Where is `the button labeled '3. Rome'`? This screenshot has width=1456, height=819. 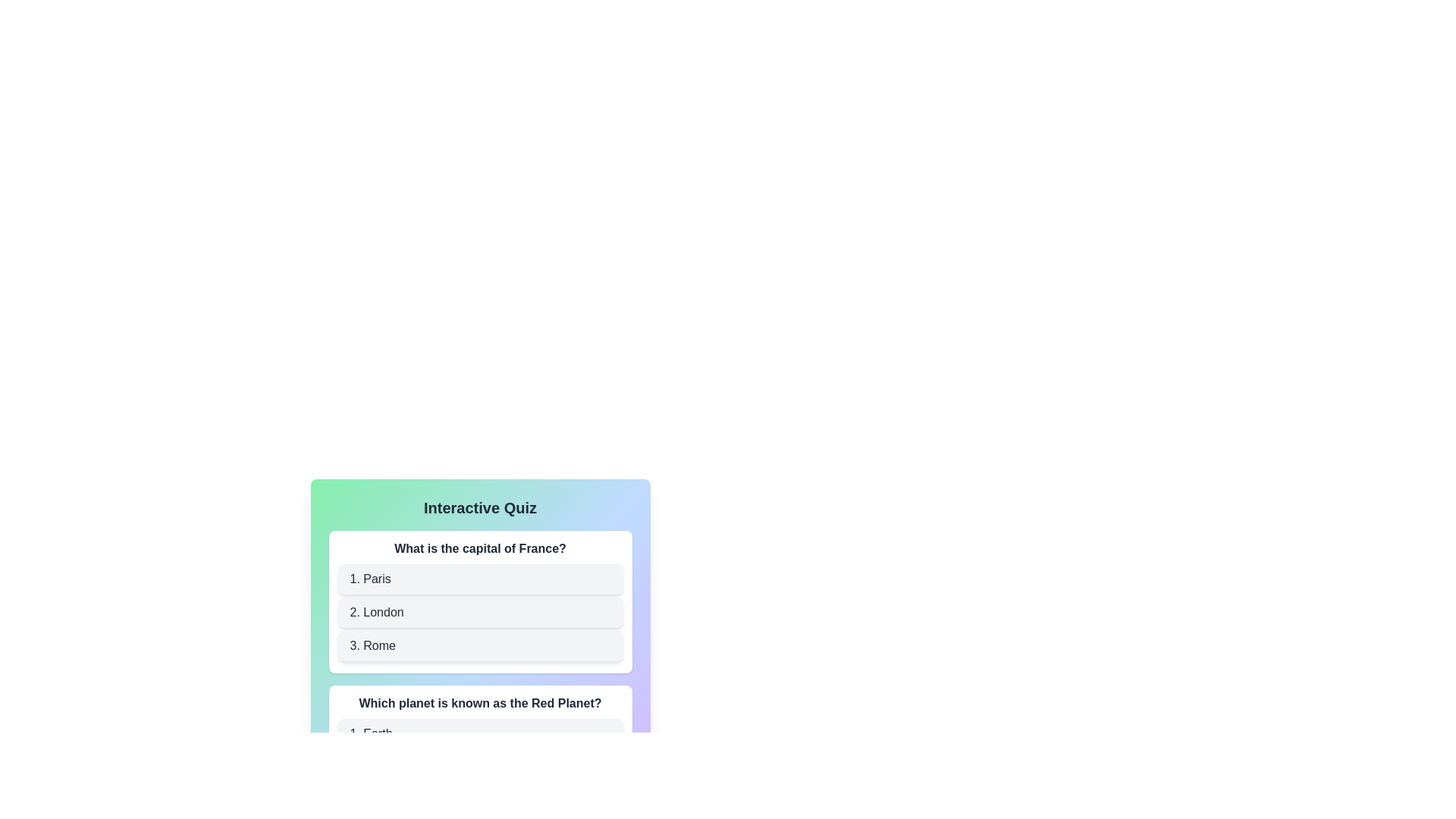 the button labeled '3. Rome' is located at coordinates (479, 646).